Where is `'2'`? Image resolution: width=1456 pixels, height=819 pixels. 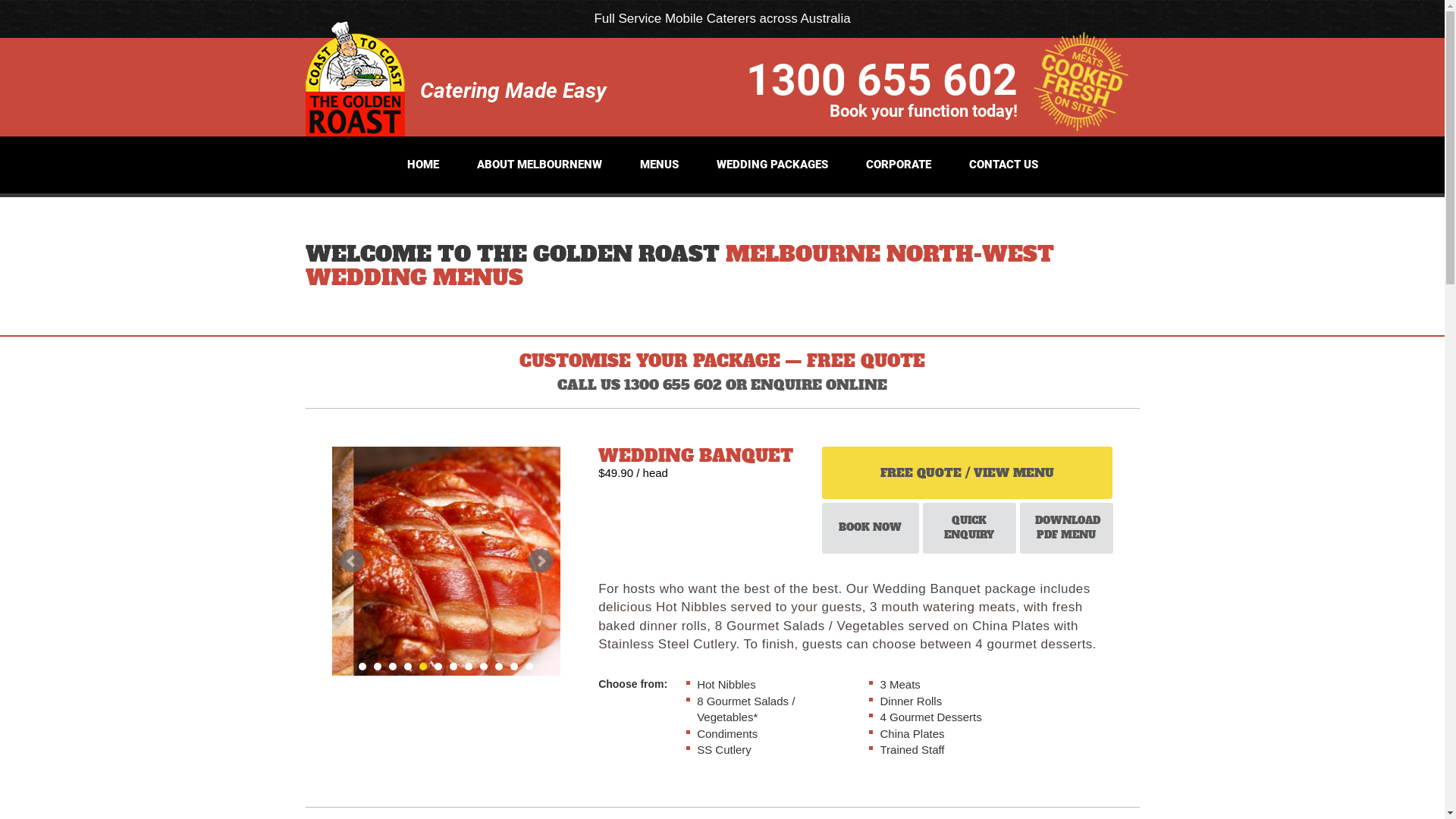
'2' is located at coordinates (378, 666).